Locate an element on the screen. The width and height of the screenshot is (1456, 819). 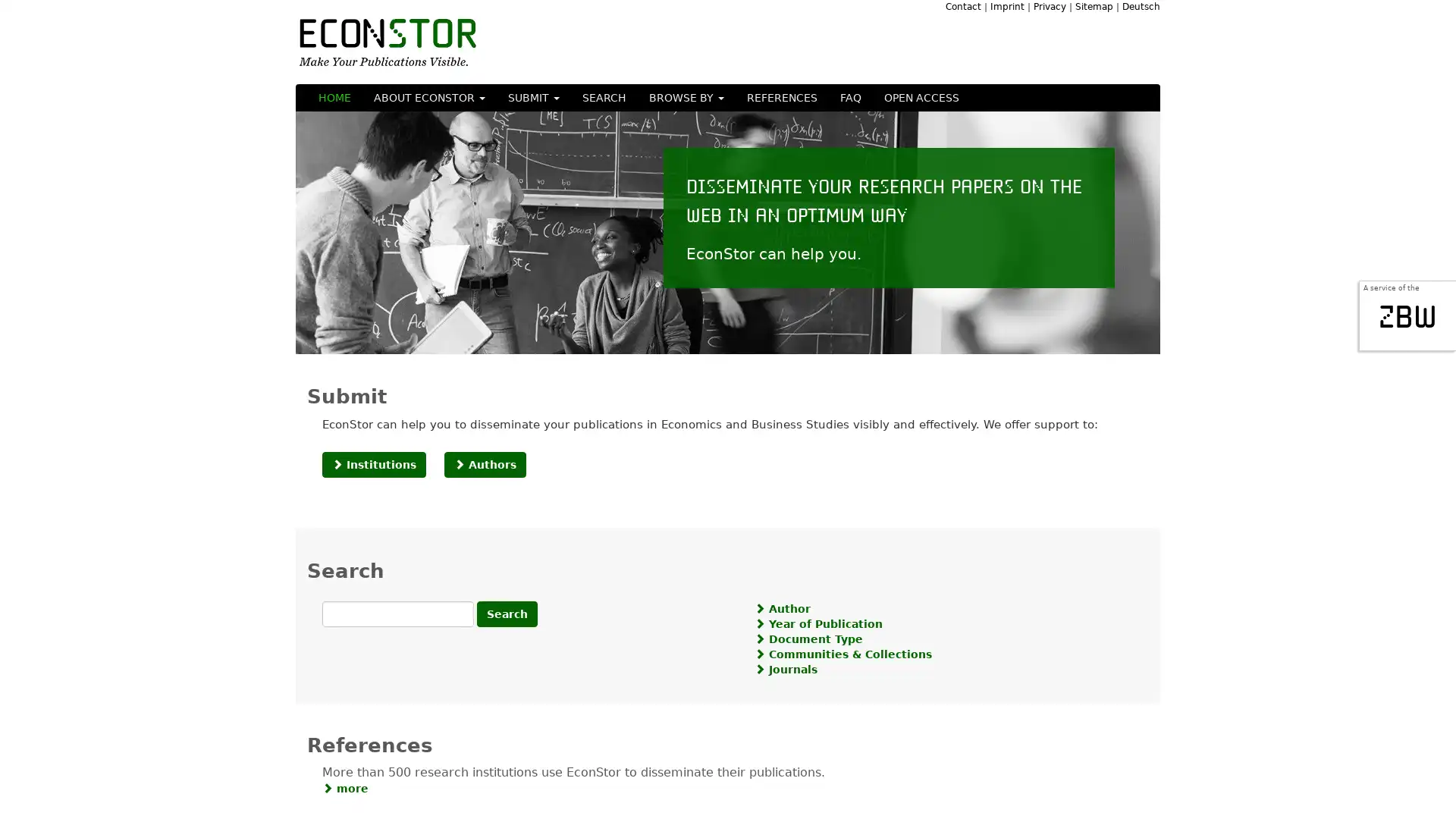
Search is located at coordinates (507, 613).